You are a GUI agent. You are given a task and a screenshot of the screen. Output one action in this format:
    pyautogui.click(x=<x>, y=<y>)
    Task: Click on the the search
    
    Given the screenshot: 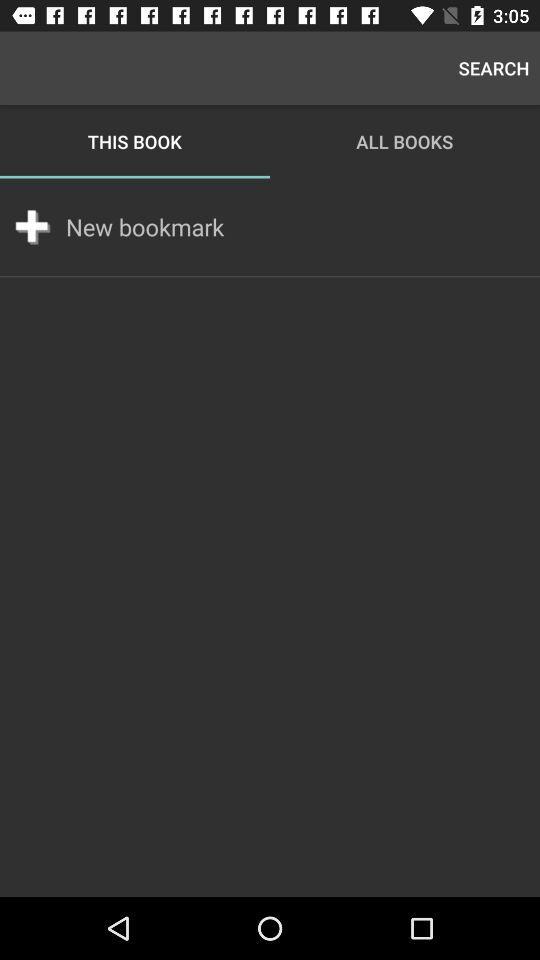 What is the action you would take?
    pyautogui.click(x=493, y=68)
    